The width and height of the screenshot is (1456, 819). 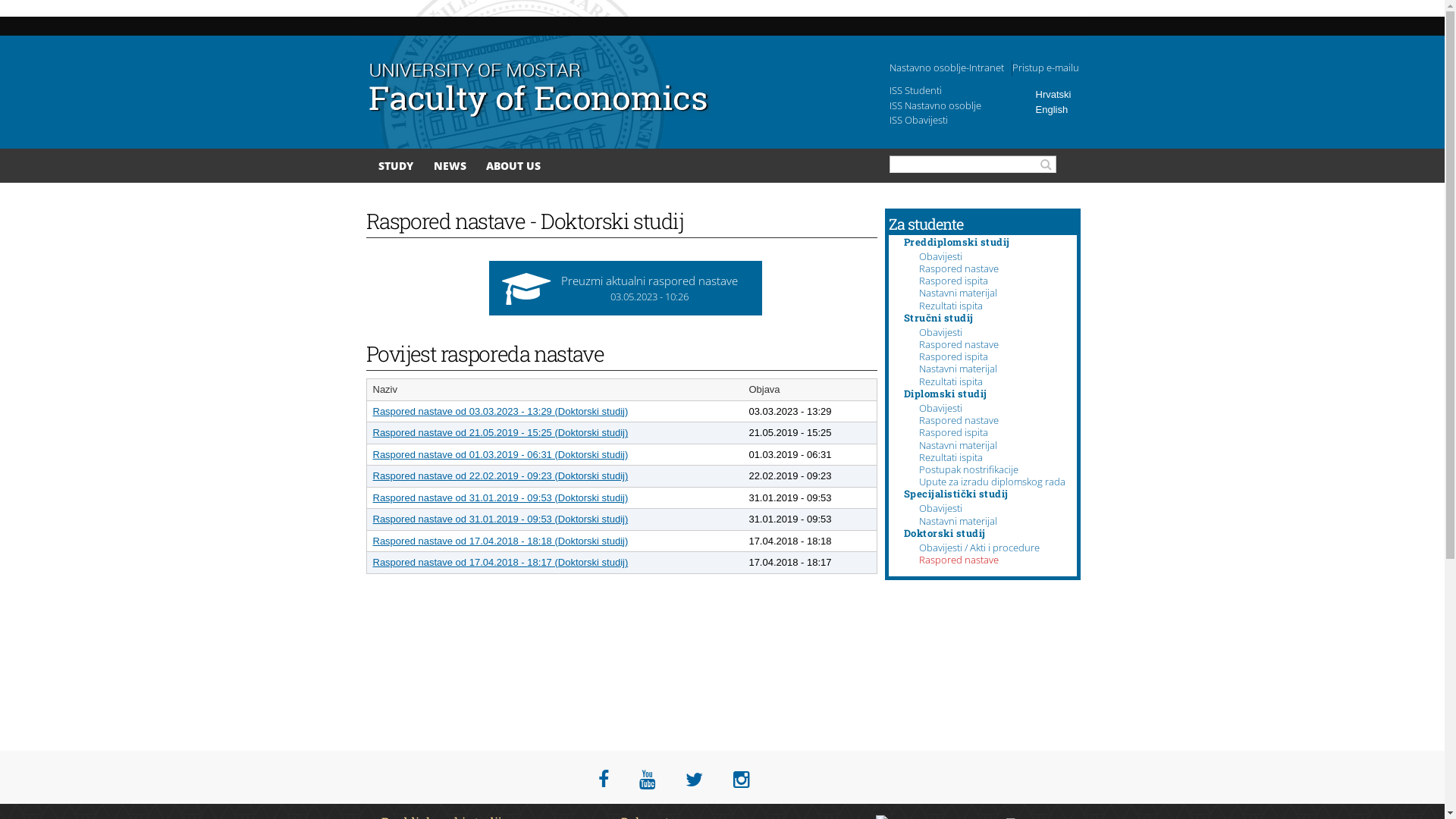 What do you see at coordinates (889, 164) in the screenshot?
I see `'Enter the terms you wish to search for.'` at bounding box center [889, 164].